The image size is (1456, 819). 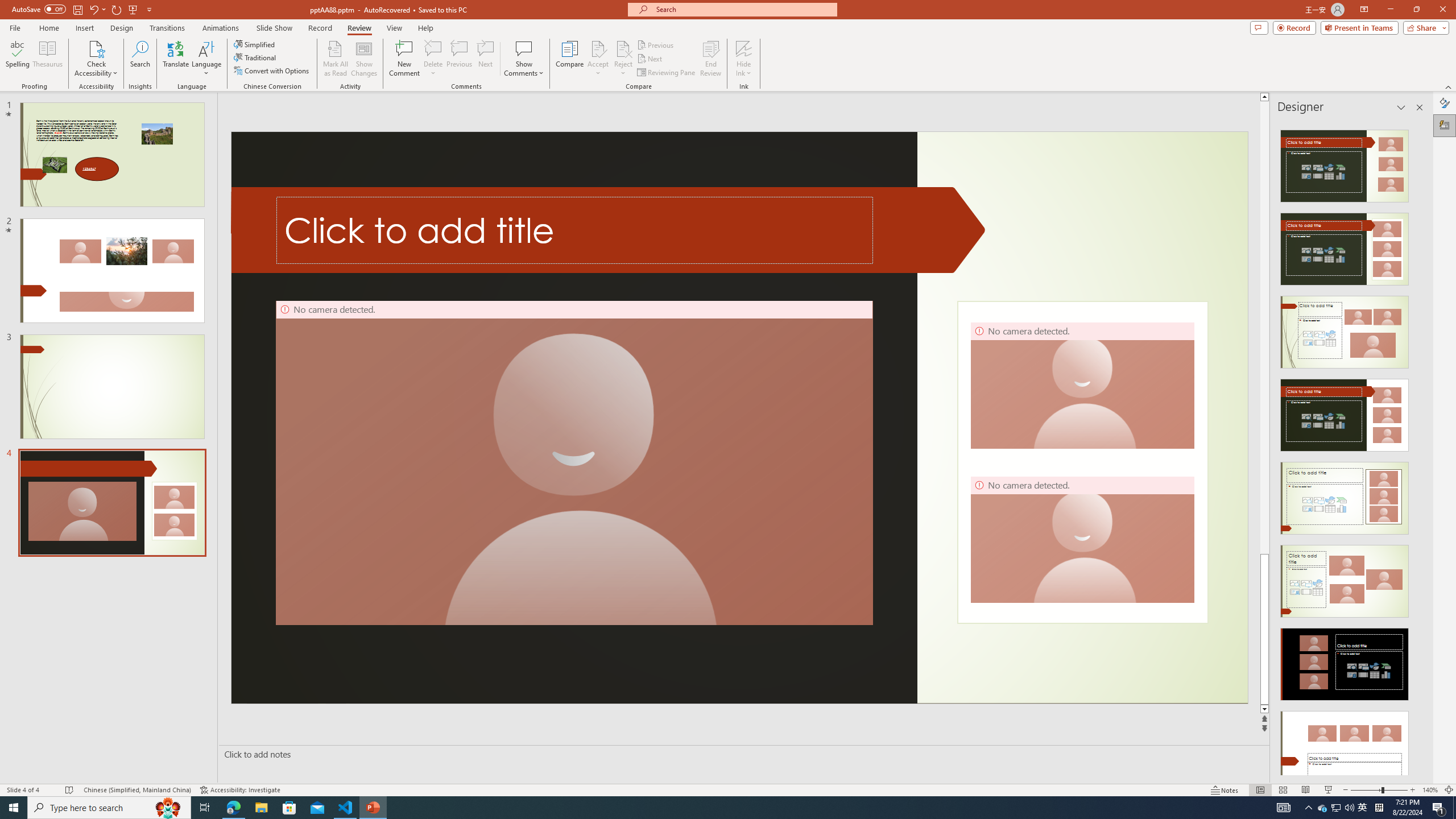 What do you see at coordinates (524, 48) in the screenshot?
I see `'Show Comments'` at bounding box center [524, 48].